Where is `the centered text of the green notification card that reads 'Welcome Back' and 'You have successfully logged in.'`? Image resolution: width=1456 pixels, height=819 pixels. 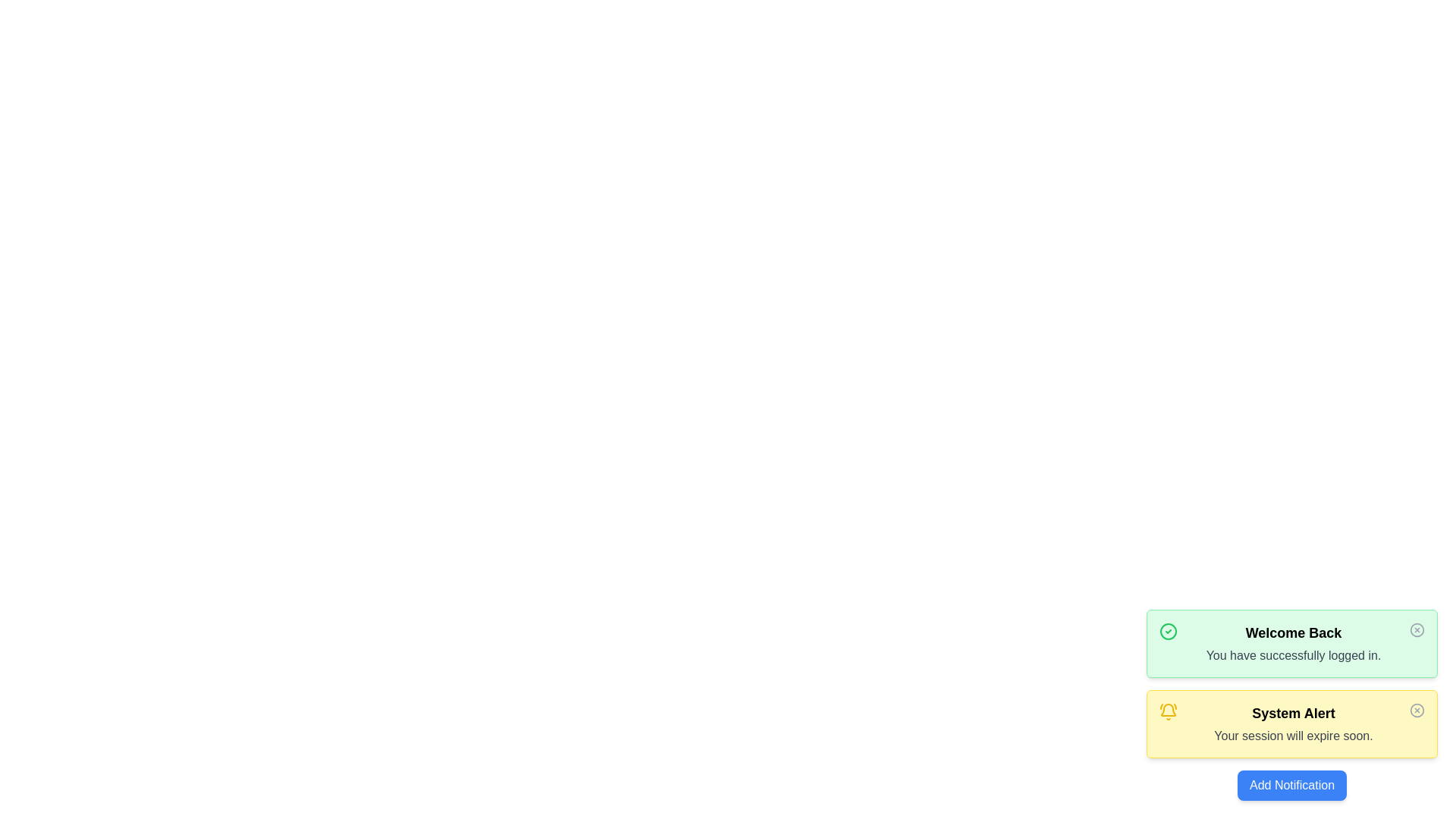 the centered text of the green notification card that reads 'Welcome Back' and 'You have successfully logged in.' is located at coordinates (1292, 643).